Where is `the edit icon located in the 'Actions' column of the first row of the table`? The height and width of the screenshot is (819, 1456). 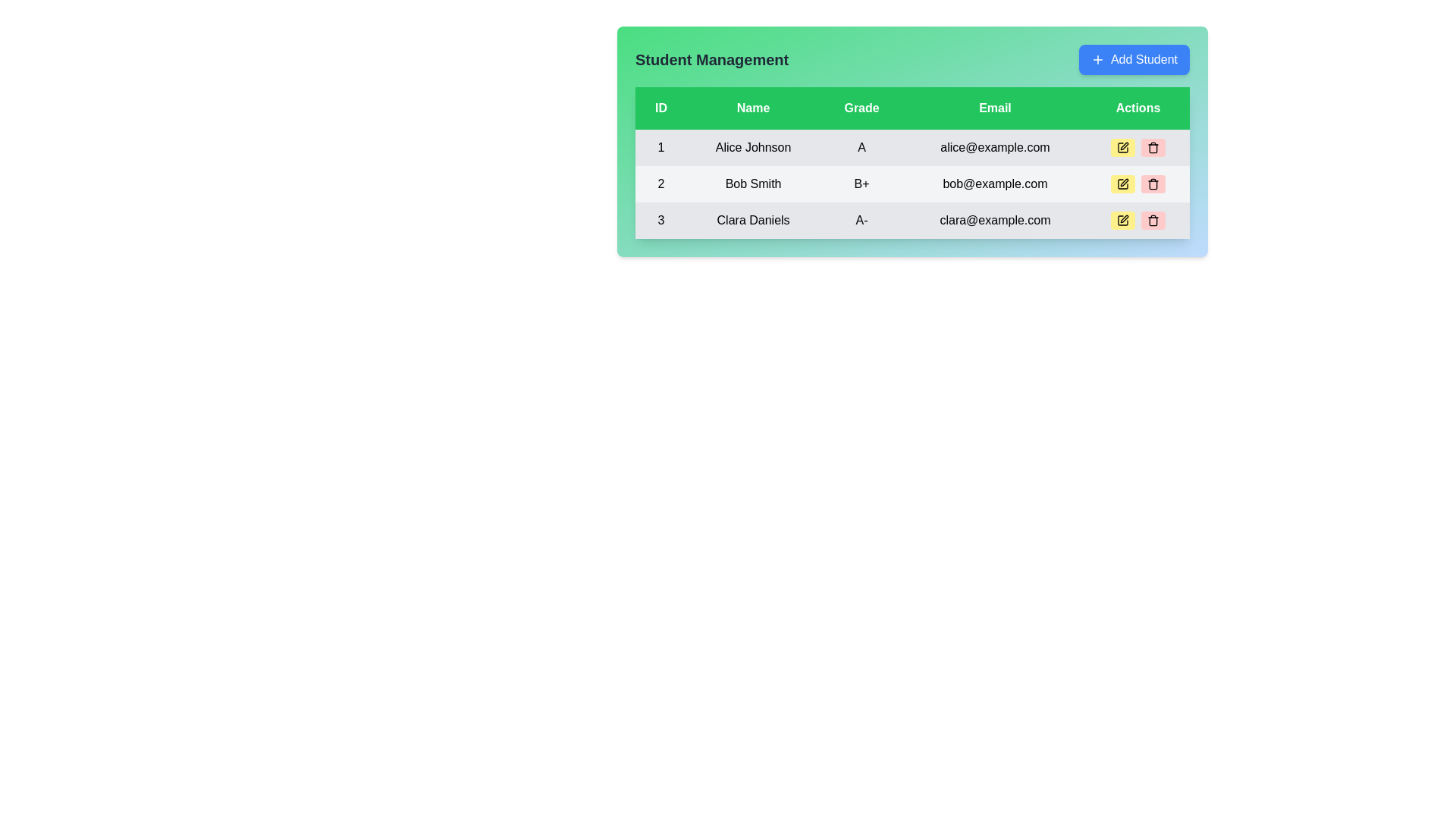 the edit icon located in the 'Actions' column of the first row of the table is located at coordinates (1122, 148).